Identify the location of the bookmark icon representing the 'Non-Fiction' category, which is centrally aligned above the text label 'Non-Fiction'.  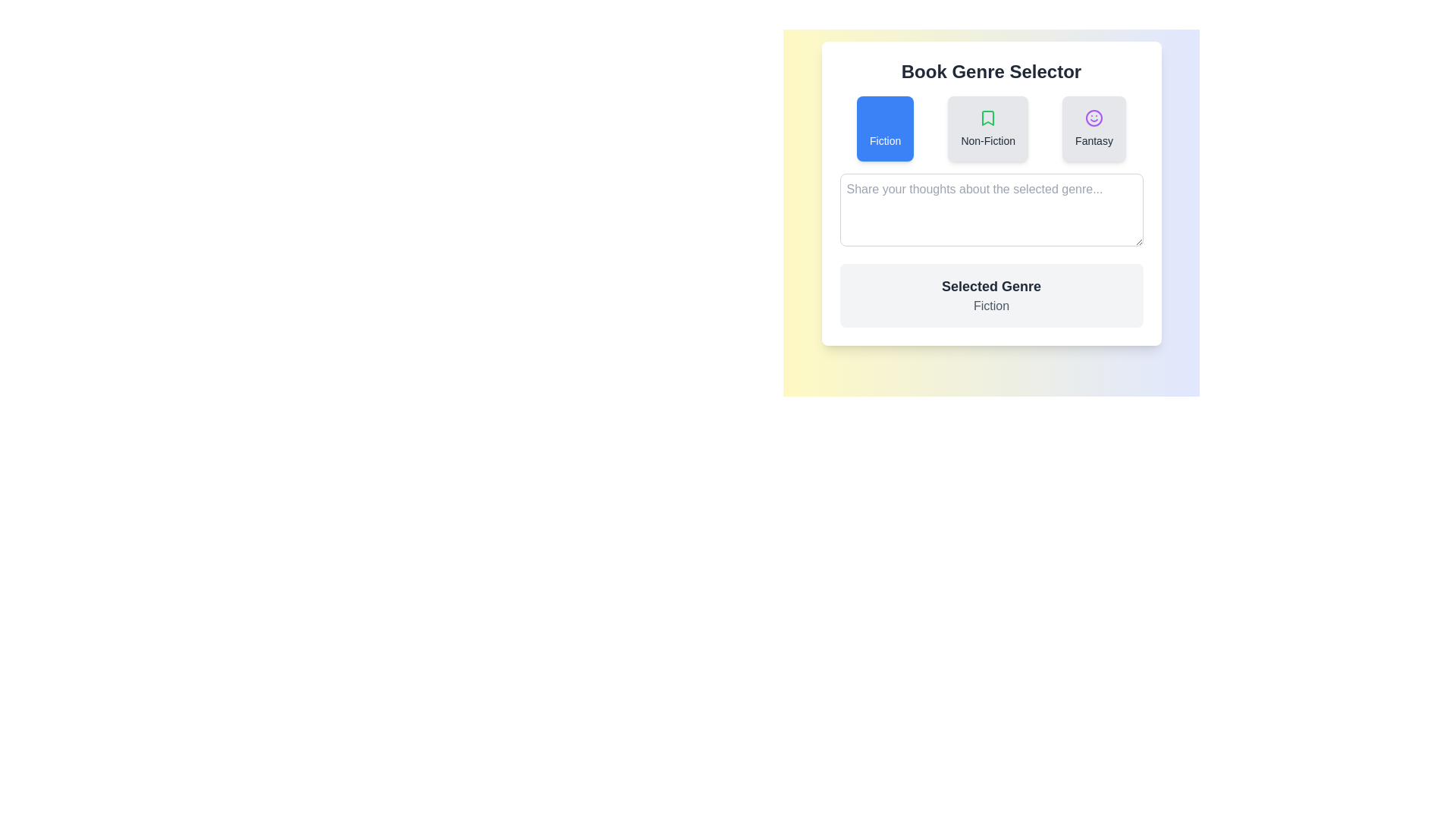
(988, 117).